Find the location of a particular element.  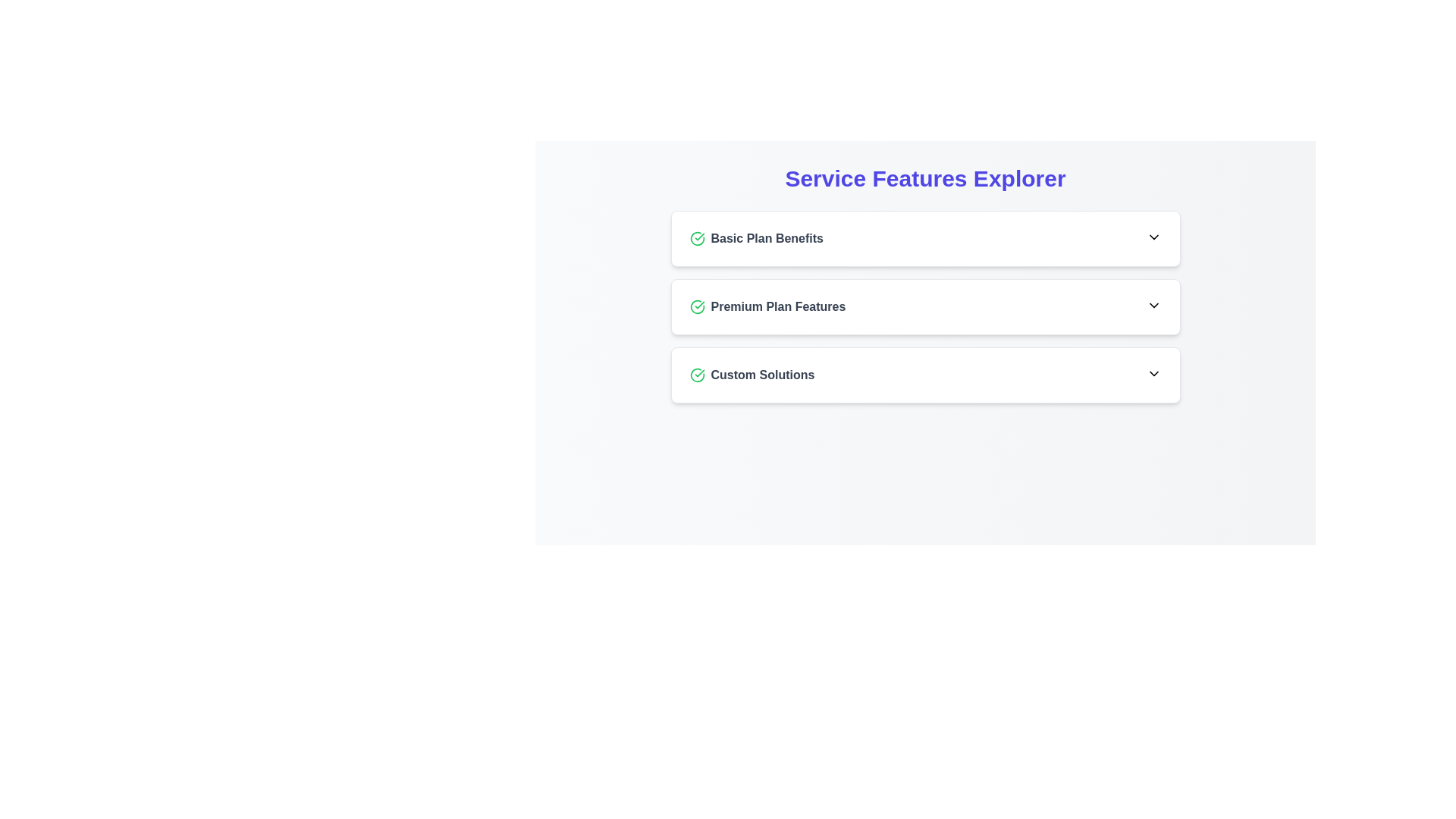

the collapsible panel titled 'Service Features Explorer', specifically the middle block indicating 'Premium Plan Features' is located at coordinates (924, 284).